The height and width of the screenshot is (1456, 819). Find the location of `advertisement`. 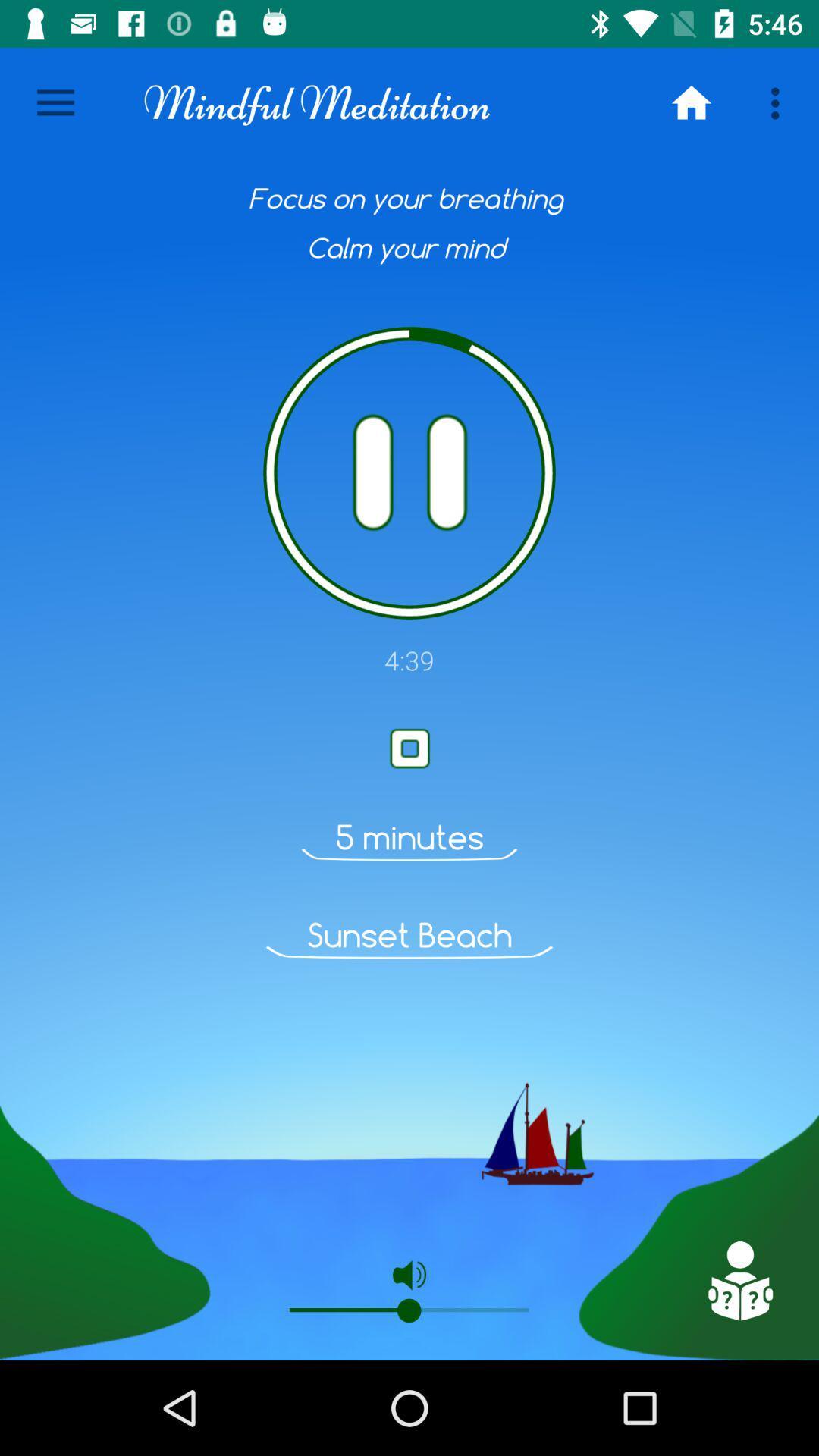

advertisement is located at coordinates (739, 1280).